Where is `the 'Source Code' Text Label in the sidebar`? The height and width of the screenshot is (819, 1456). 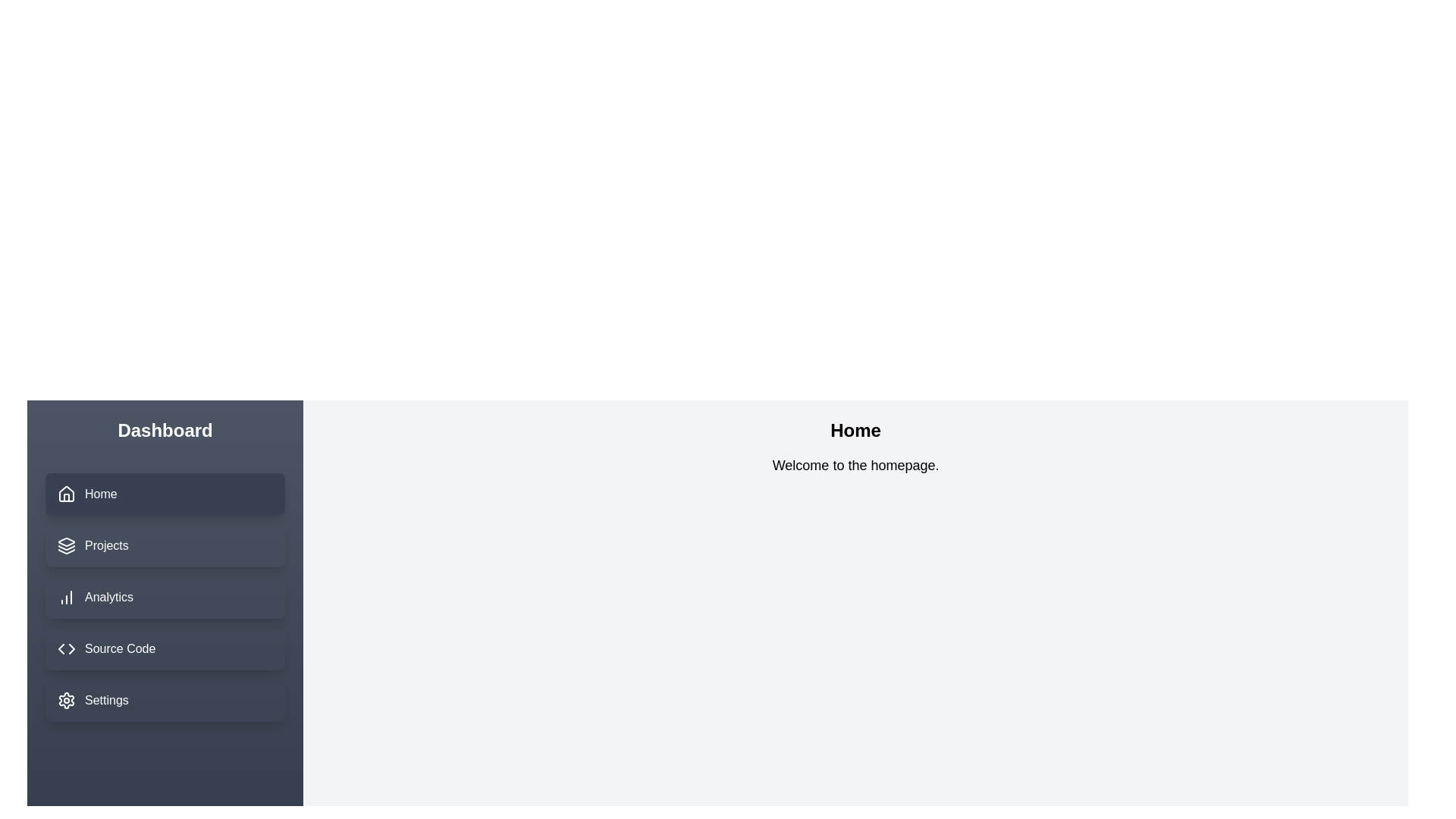 the 'Source Code' Text Label in the sidebar is located at coordinates (119, 648).